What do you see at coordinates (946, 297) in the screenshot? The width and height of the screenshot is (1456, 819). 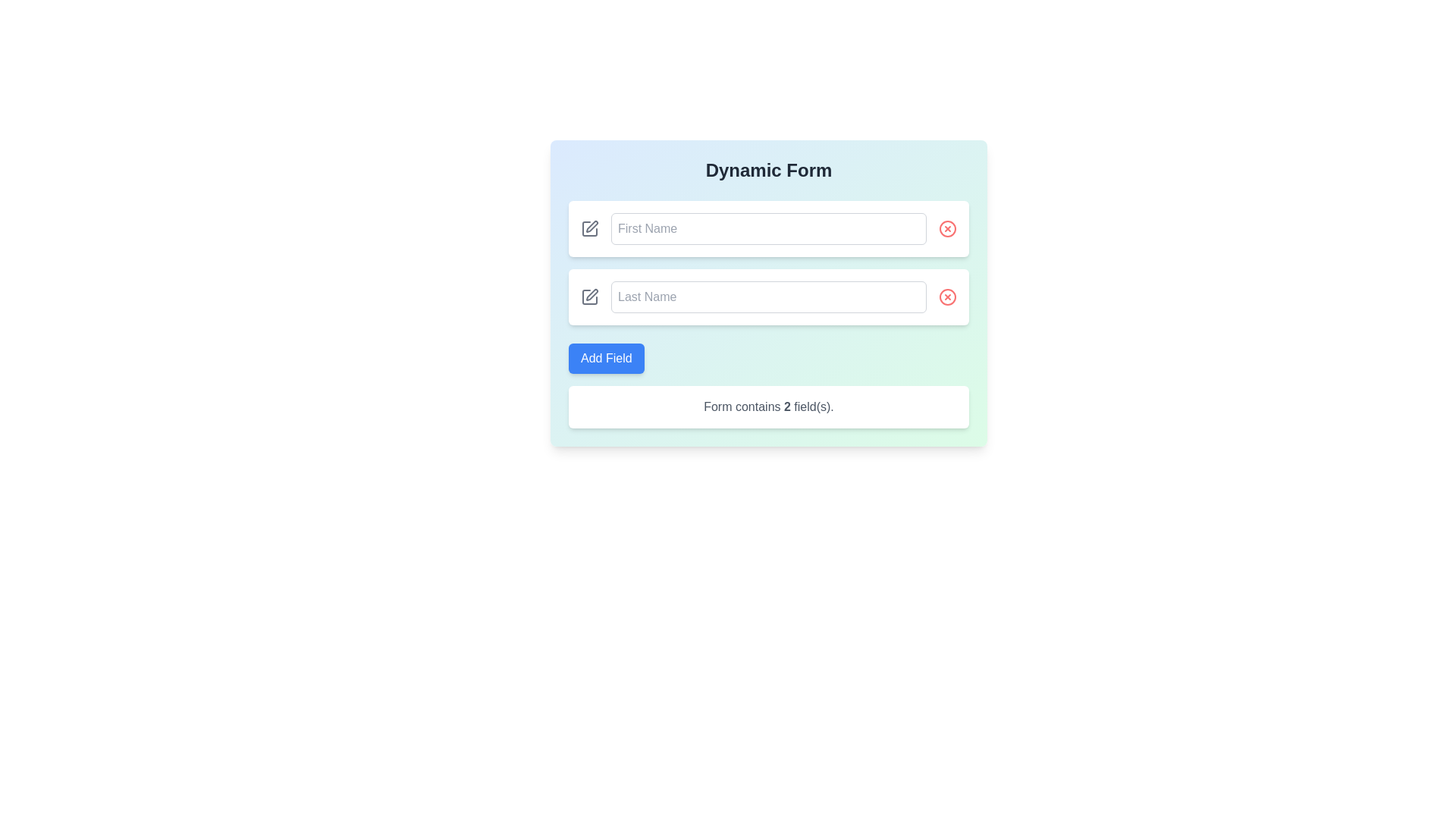 I see `the clear button located to the right of the 'Last Name' input field to observe any hover effects` at bounding box center [946, 297].